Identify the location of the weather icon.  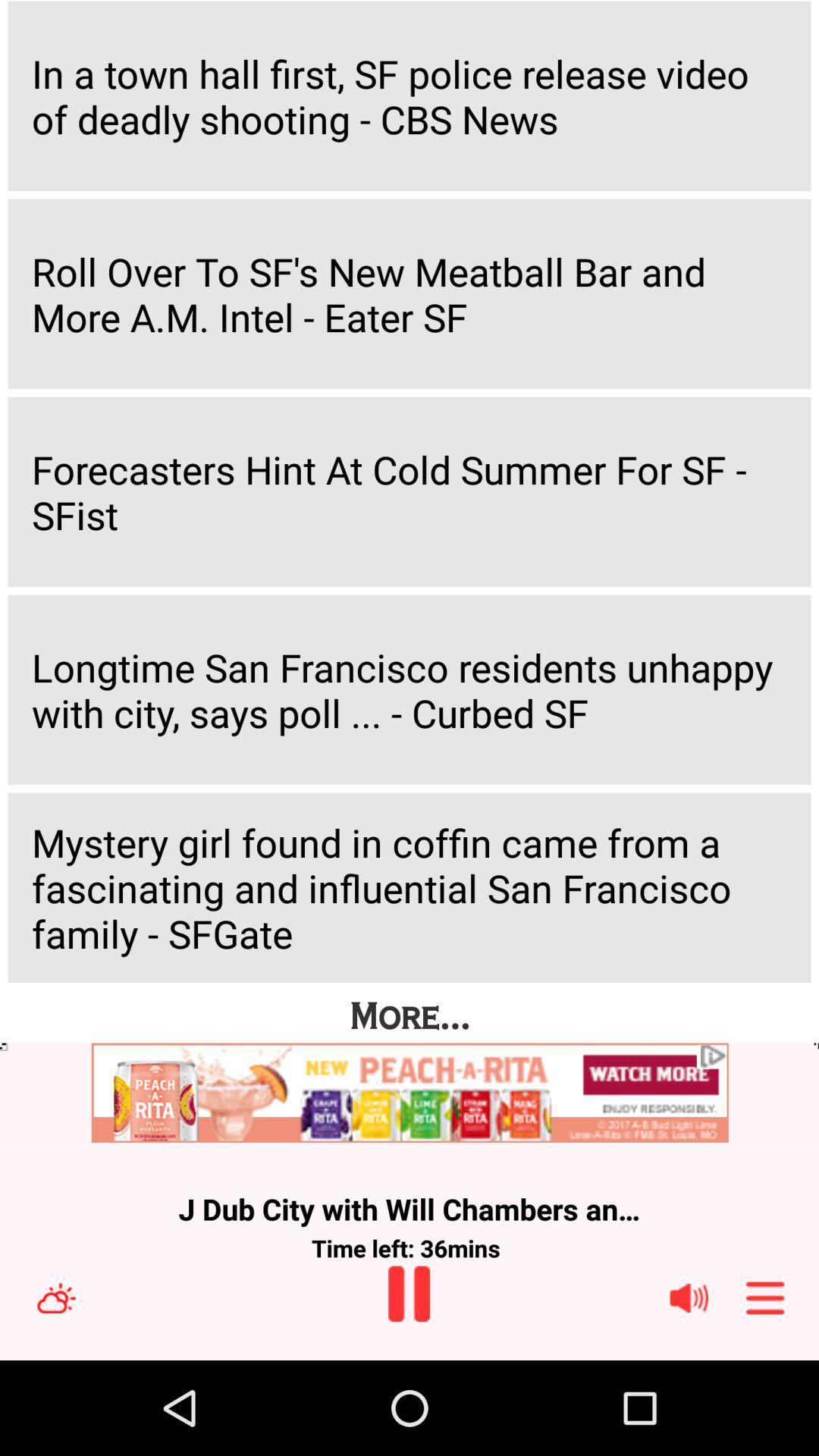
(55, 1389).